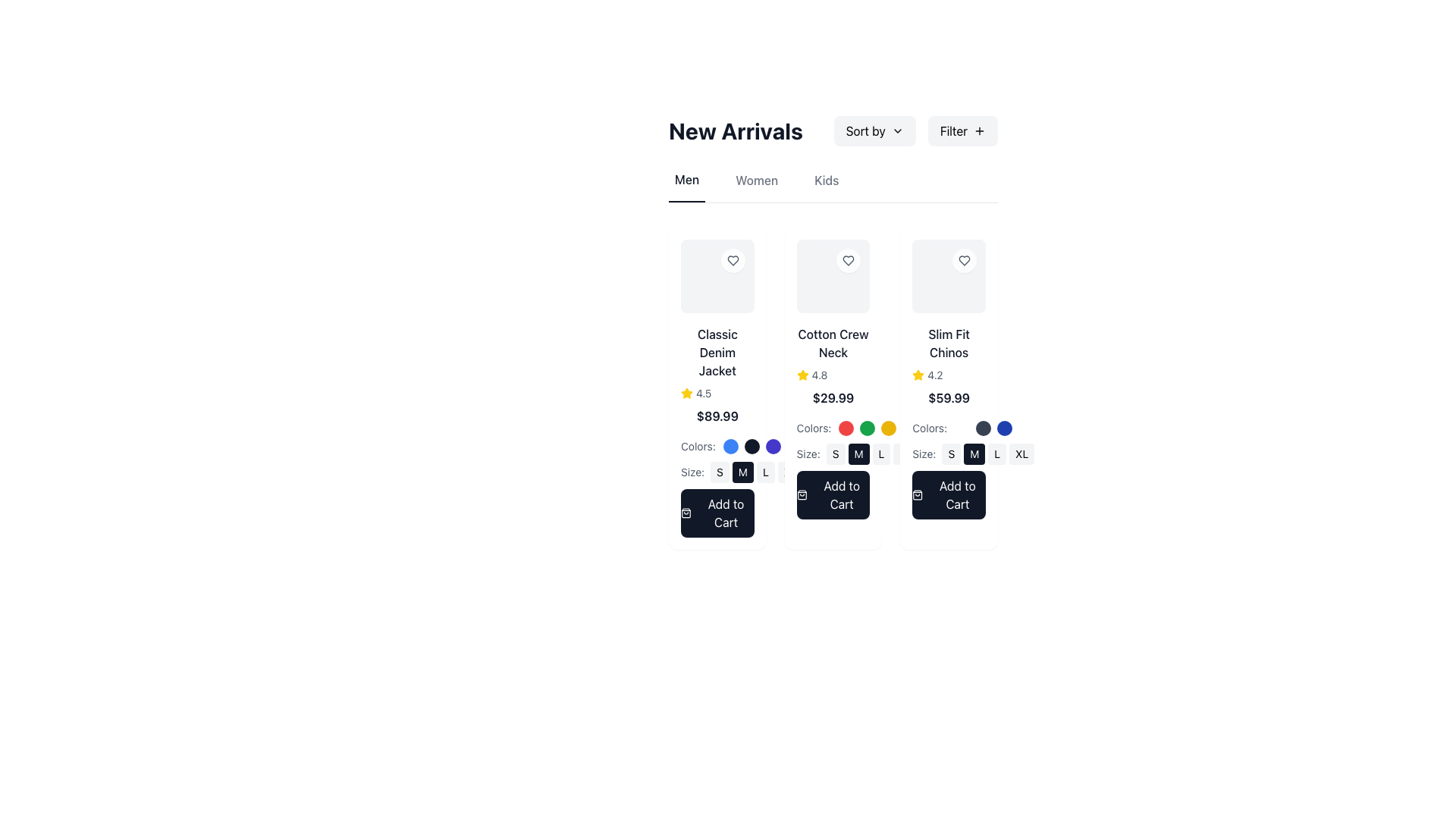 The image size is (1456, 819). What do you see at coordinates (801, 494) in the screenshot?
I see `the shopping bag icon used for adding items to the shopping cart in the 'Add to Cart' button under the 'Cotton Crew Neck' item` at bounding box center [801, 494].